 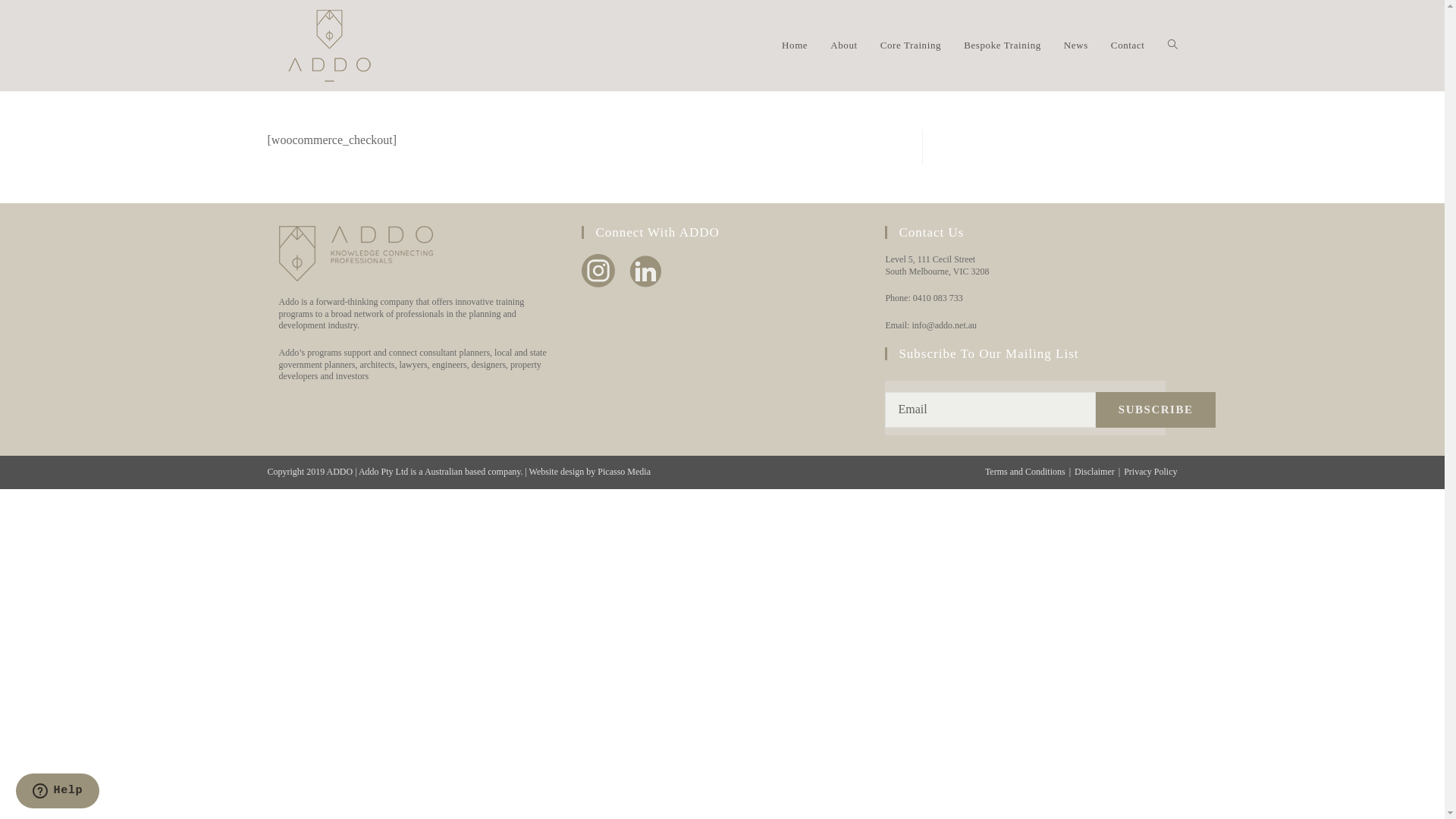 What do you see at coordinates (943, 324) in the screenshot?
I see `'info@addo.net.au'` at bounding box center [943, 324].